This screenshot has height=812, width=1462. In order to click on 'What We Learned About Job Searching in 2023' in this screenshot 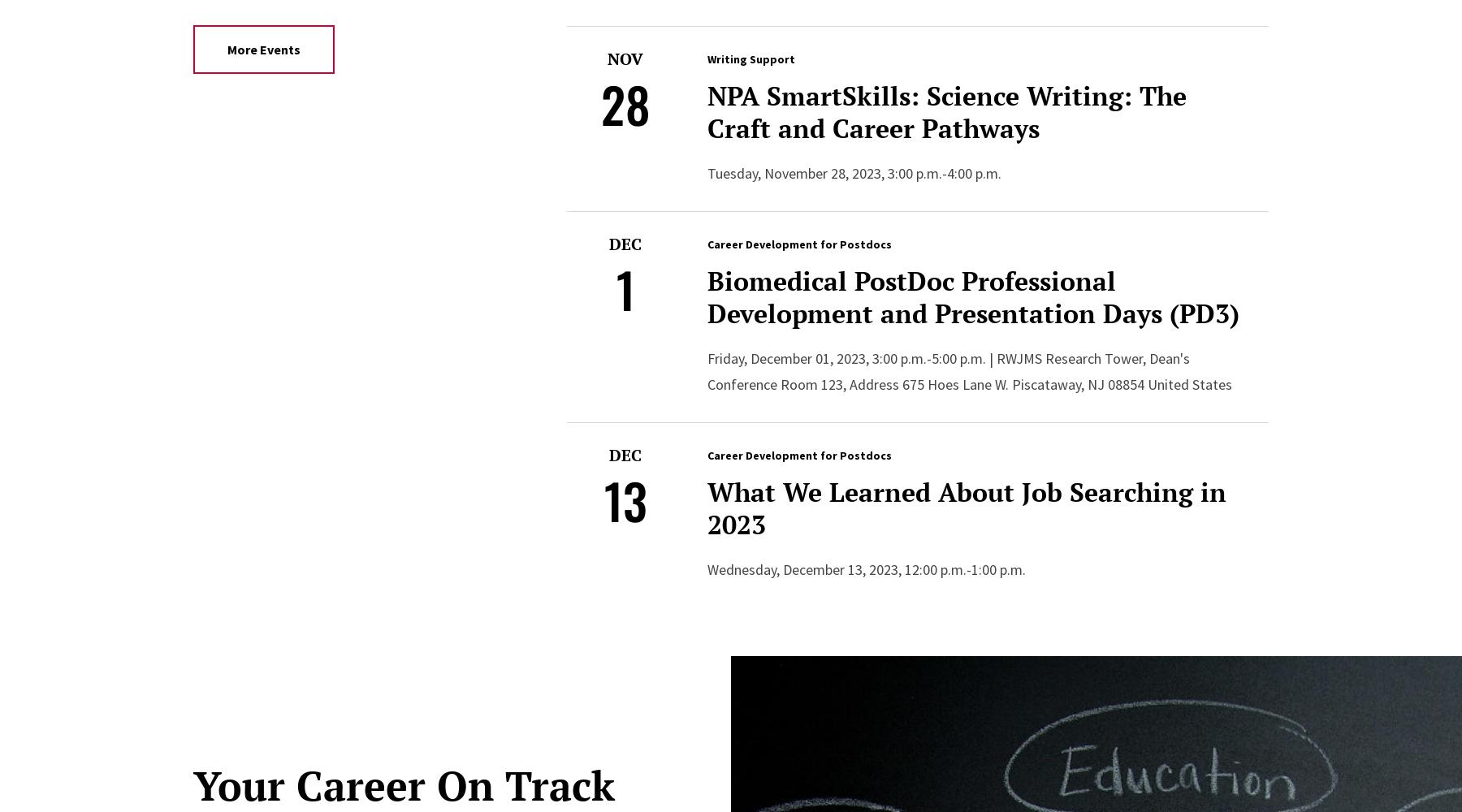, I will do `click(966, 508)`.